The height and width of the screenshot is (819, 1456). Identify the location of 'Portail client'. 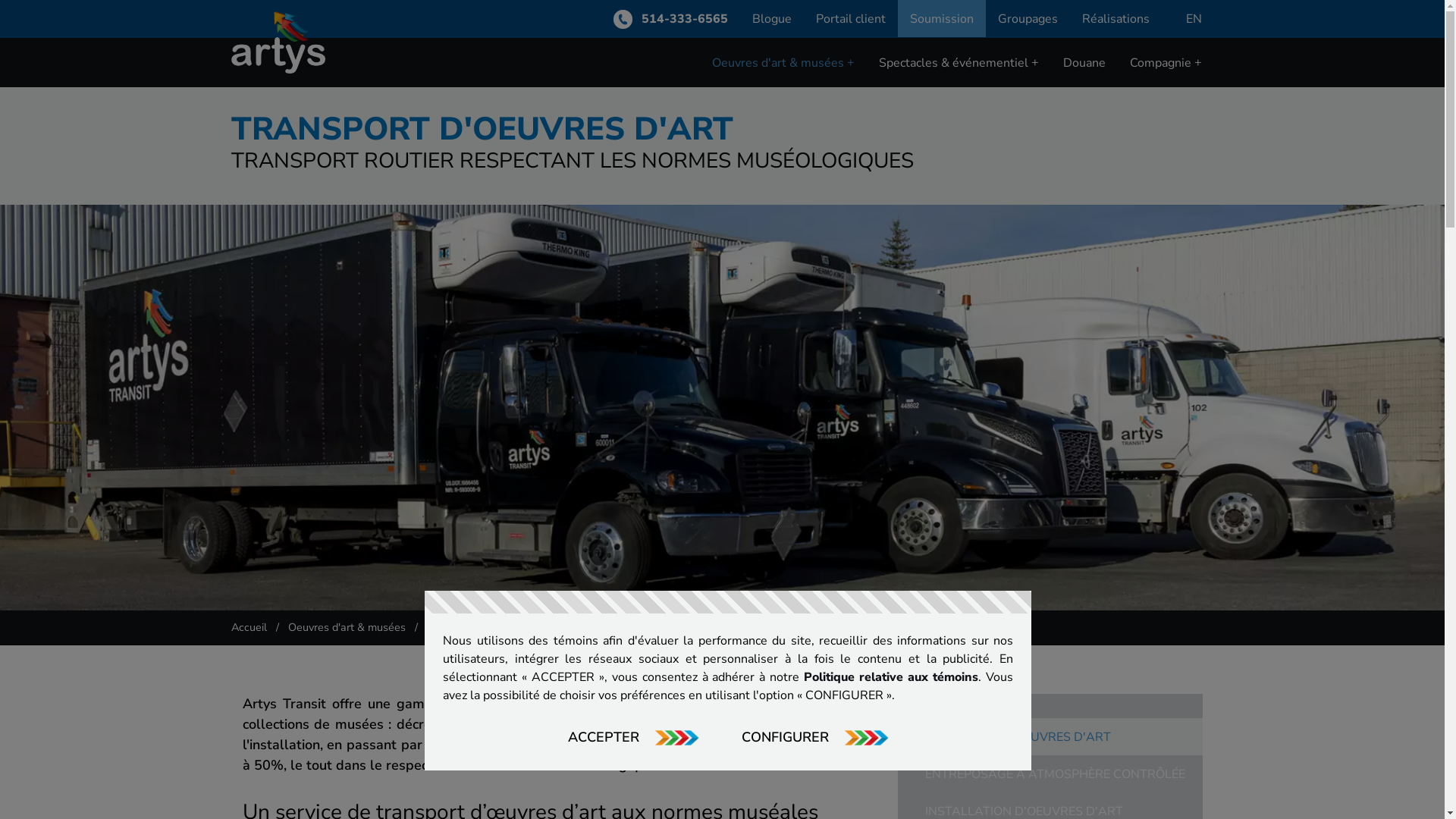
(851, 18).